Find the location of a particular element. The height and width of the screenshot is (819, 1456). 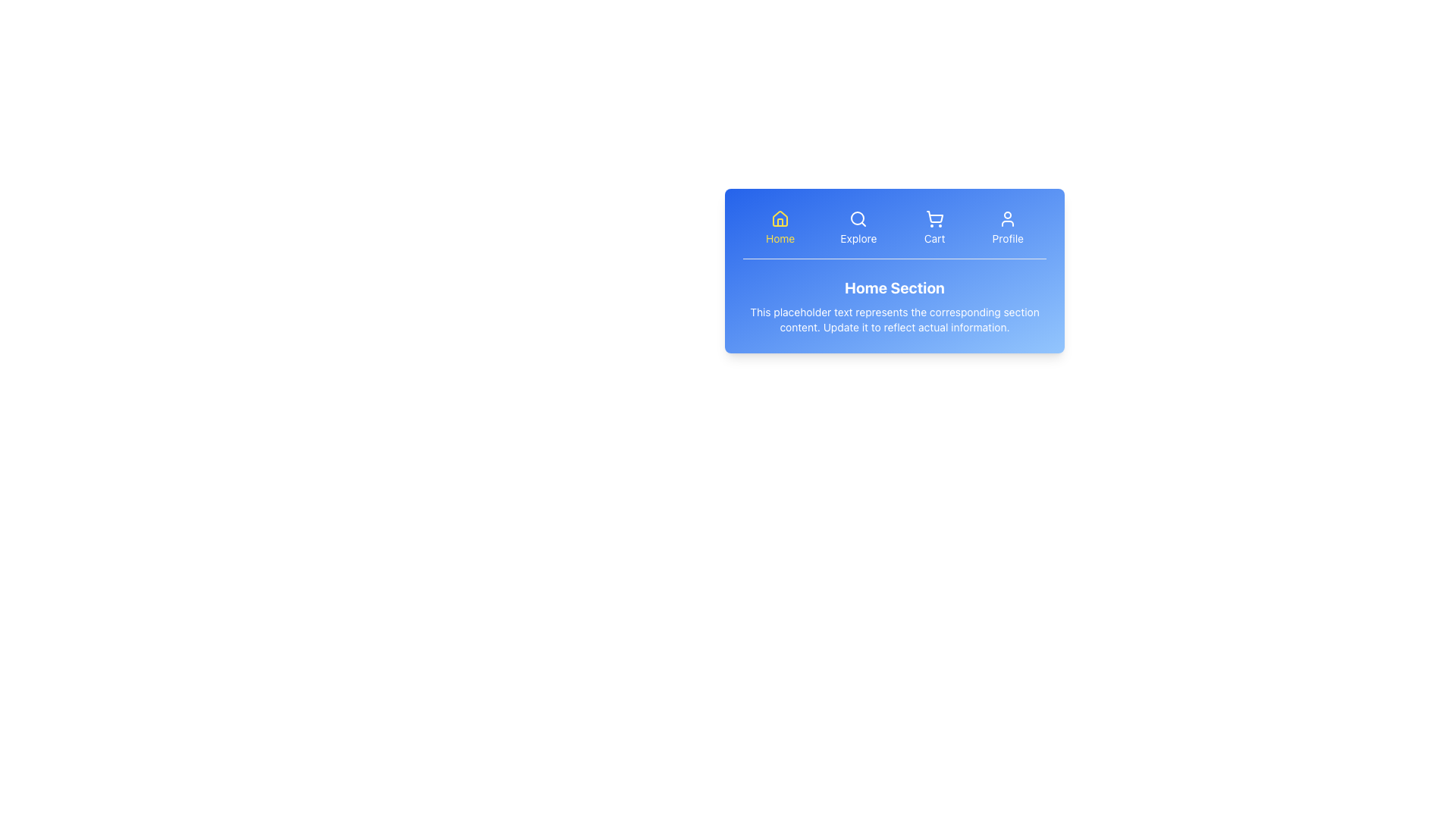

the icons or labels in the Navigation Bar located at the top of the card-like section is located at coordinates (895, 233).